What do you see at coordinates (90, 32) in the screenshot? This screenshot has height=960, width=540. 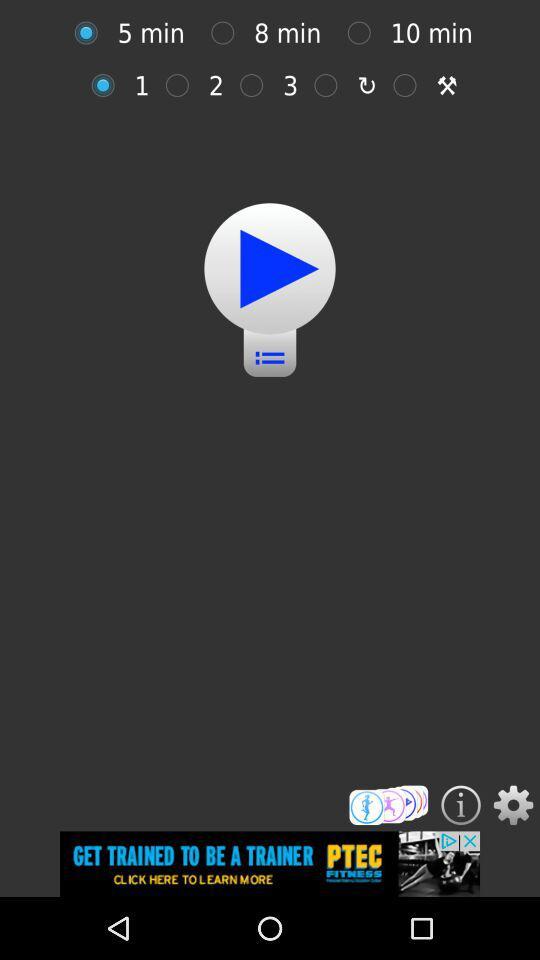 I see `5 minutes` at bounding box center [90, 32].